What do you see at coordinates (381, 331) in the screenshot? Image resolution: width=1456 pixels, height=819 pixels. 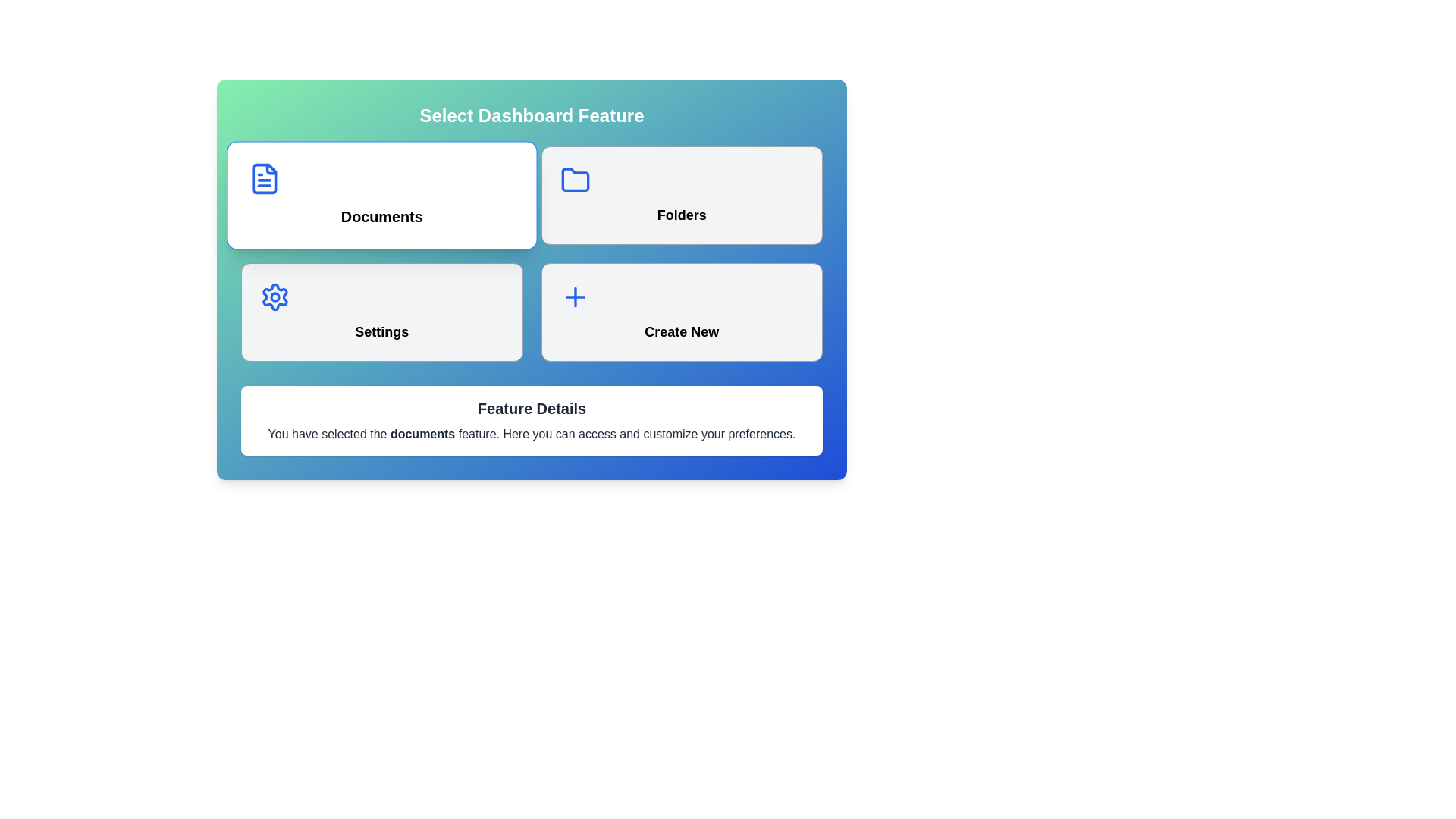 I see `text on the 'Settings' label located beneath the blue gear icon in the second row, first column of the dashboard grid layout` at bounding box center [381, 331].